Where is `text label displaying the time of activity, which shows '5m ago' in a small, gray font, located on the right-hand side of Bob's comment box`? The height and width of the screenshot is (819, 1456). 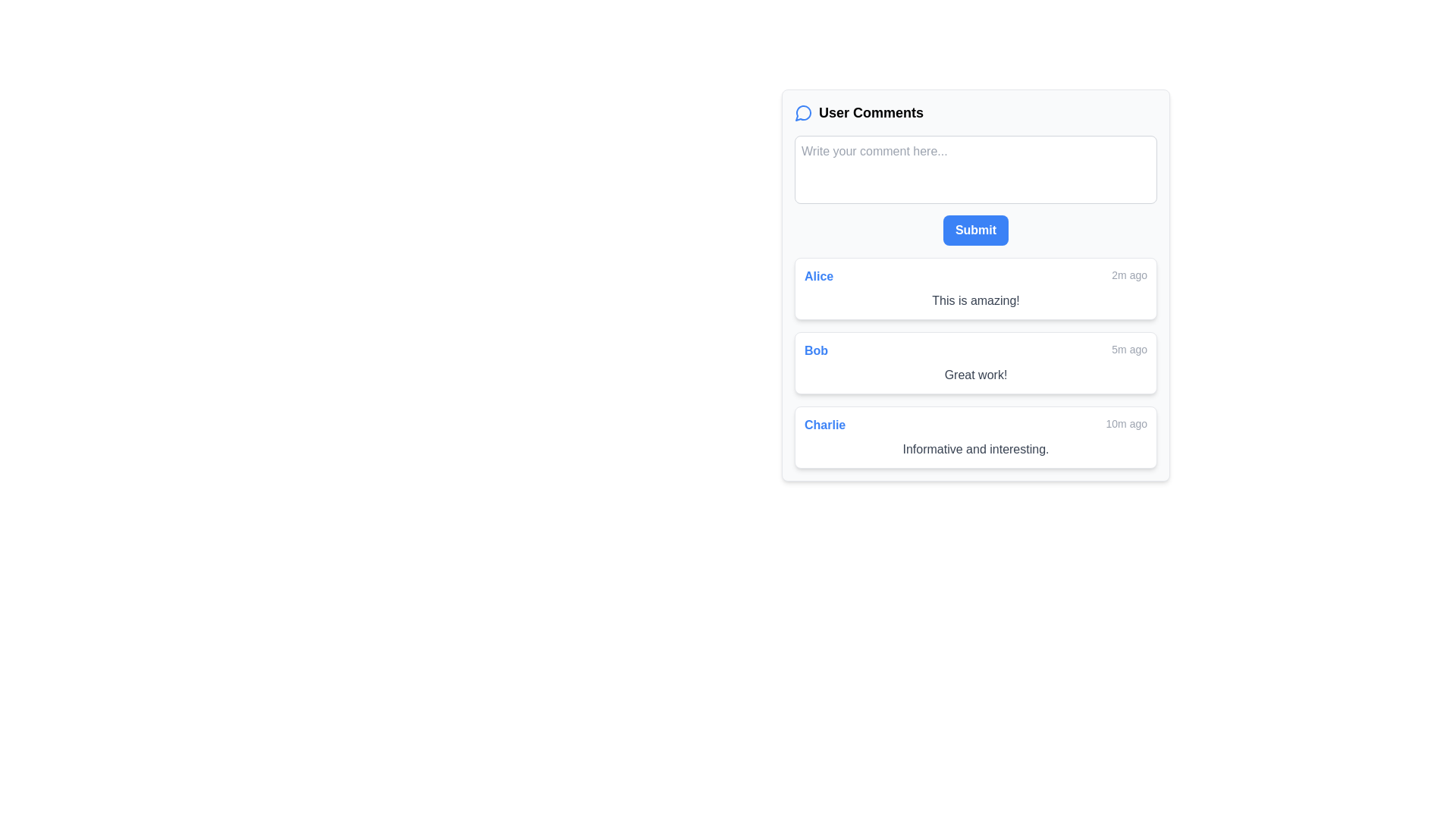 text label displaying the time of activity, which shows '5m ago' in a small, gray font, located on the right-hand side of Bob's comment box is located at coordinates (1129, 350).